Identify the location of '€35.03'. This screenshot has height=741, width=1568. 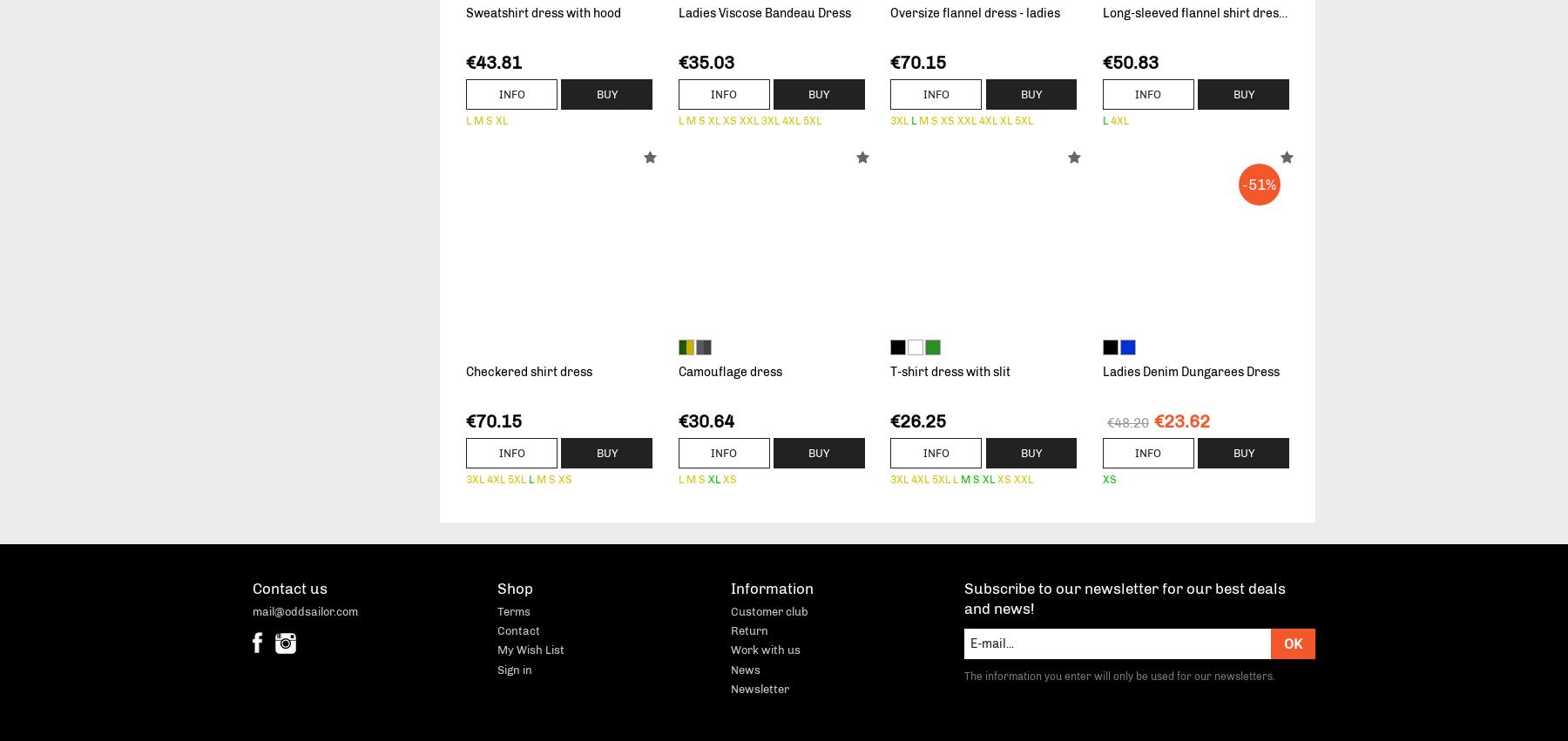
(706, 62).